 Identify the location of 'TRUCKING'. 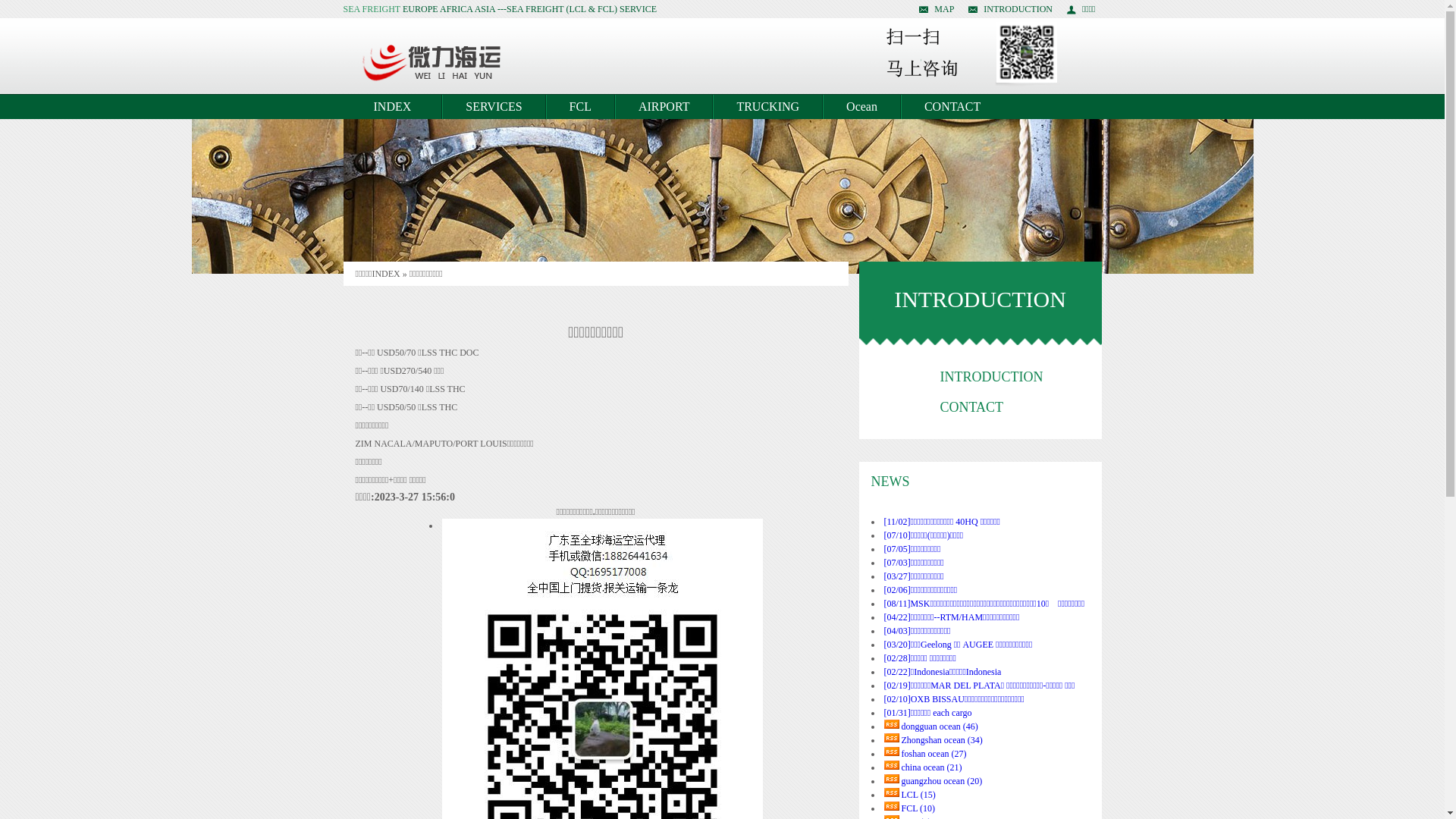
(767, 106).